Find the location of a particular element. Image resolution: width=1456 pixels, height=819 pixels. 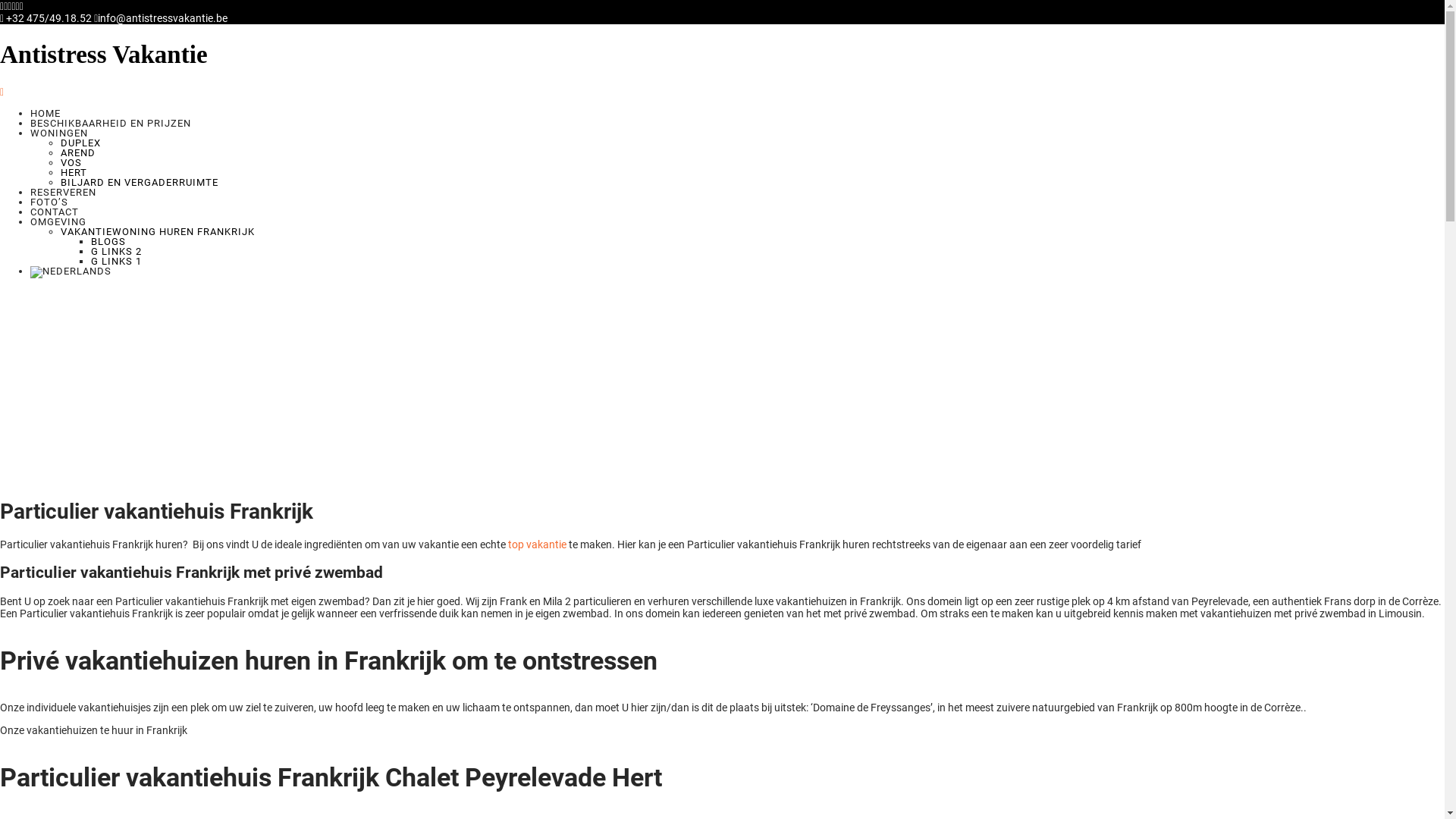

'G LINKS 1' is located at coordinates (115, 260).